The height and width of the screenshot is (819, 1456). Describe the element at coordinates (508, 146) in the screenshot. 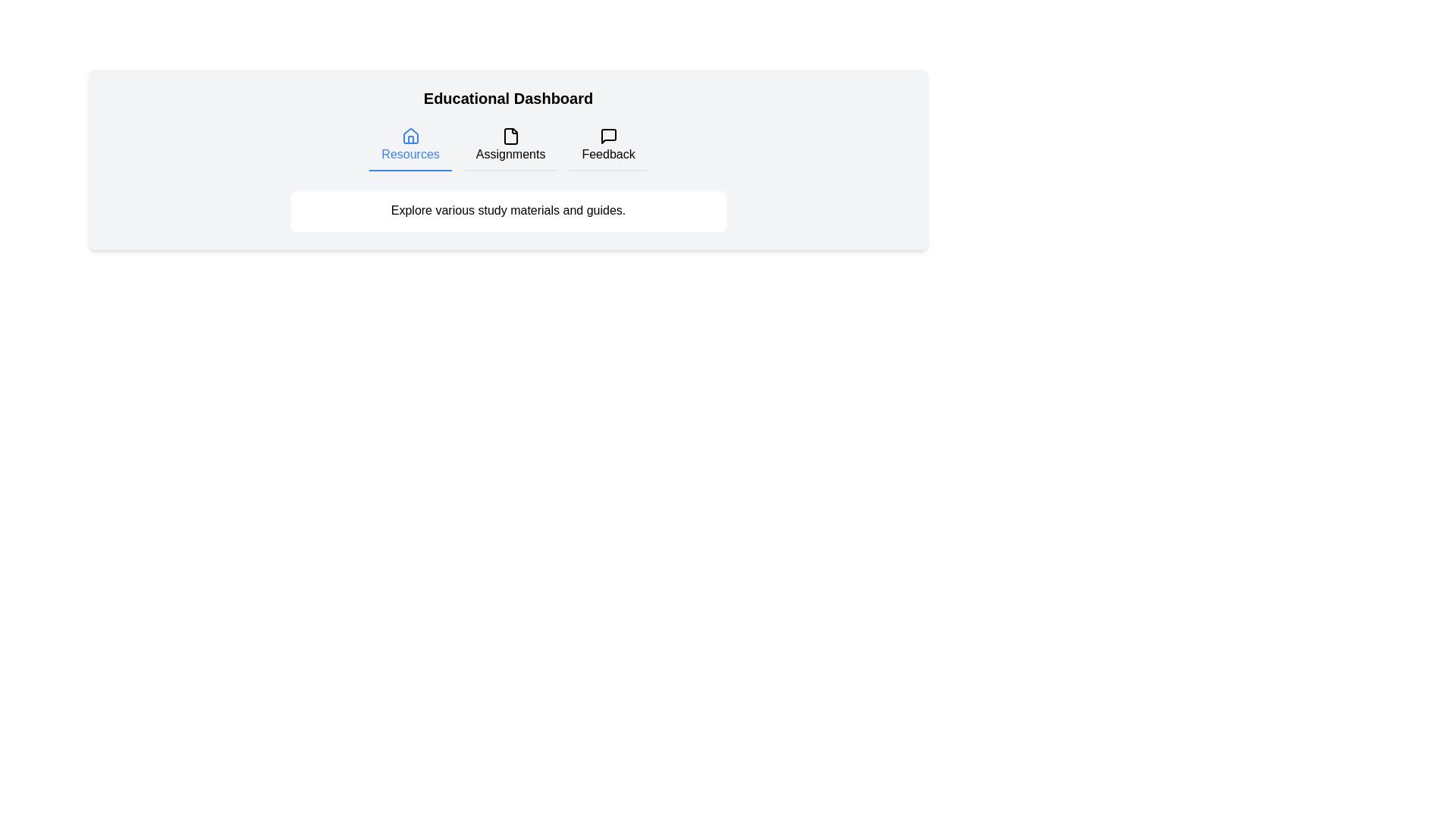

I see `the Navigation Tab Bar at the center point to switch to the corresponding section of resources, assignments, or feedback` at that location.